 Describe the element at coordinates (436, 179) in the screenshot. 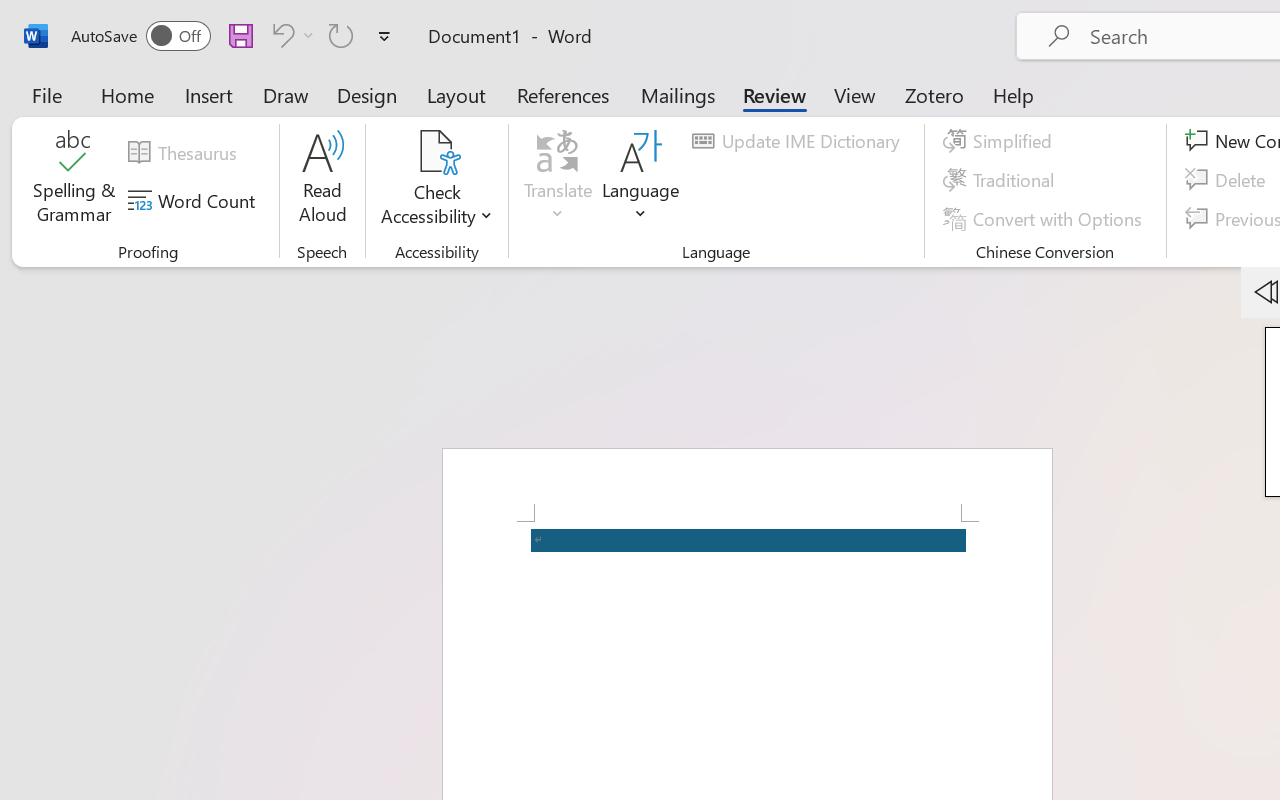

I see `'Check Accessibility'` at that location.